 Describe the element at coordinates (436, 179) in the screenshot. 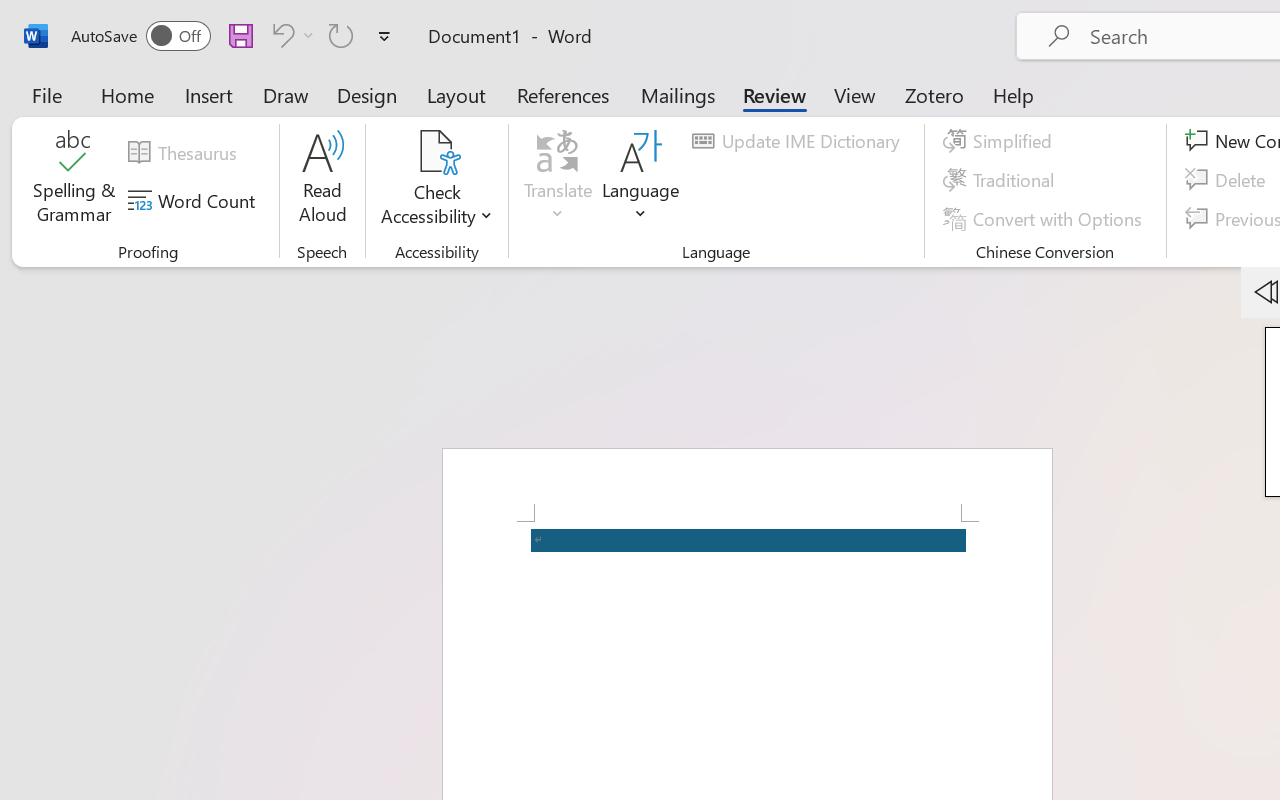

I see `'Check Accessibility'` at that location.